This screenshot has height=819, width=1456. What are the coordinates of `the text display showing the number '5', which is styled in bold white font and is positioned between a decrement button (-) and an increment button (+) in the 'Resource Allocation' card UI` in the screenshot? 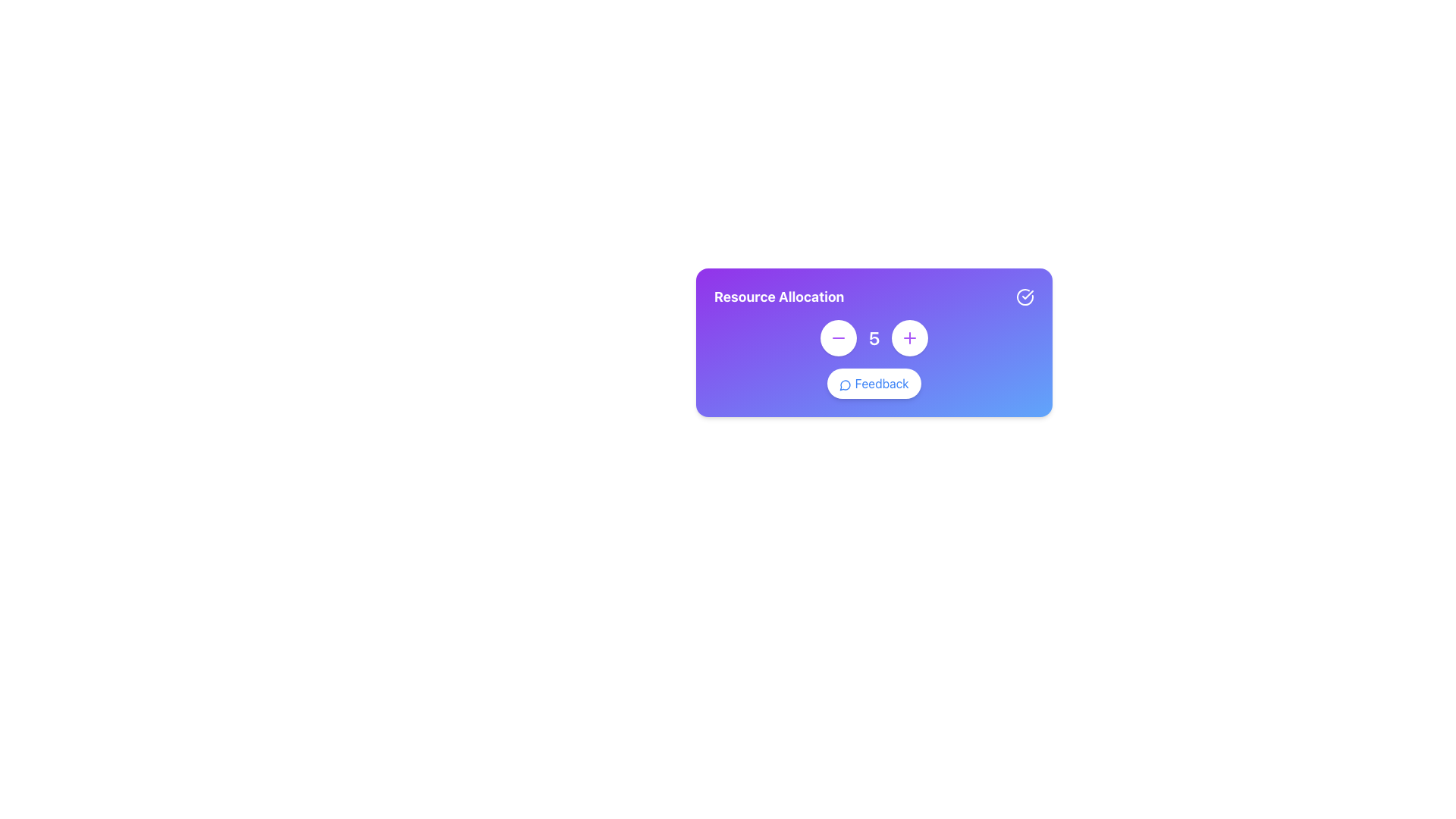 It's located at (874, 337).